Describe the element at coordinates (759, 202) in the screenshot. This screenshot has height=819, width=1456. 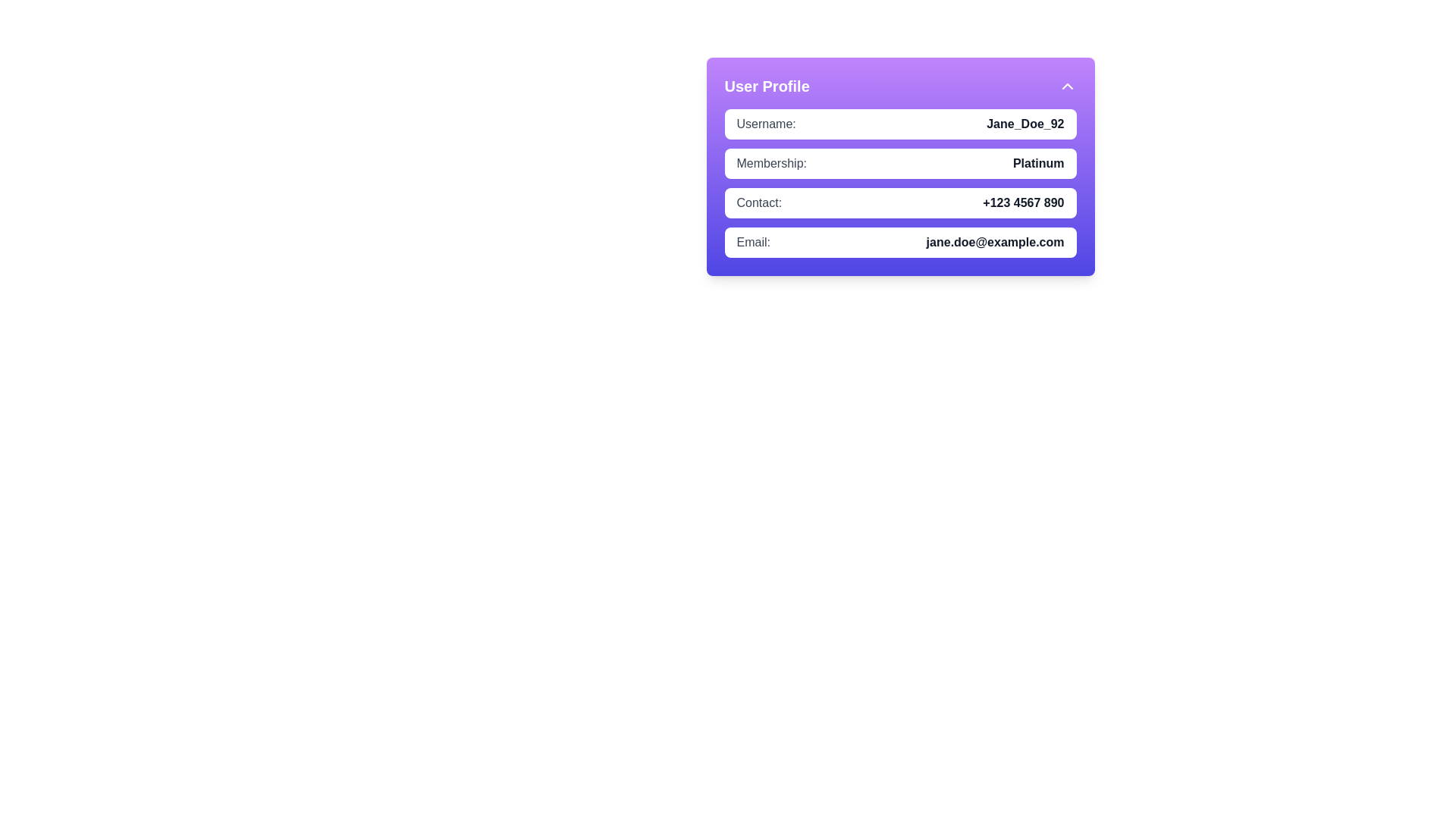
I see `the static text label displaying 'Contact:' which is located within a card-like area with a white background and rounded corners` at that location.